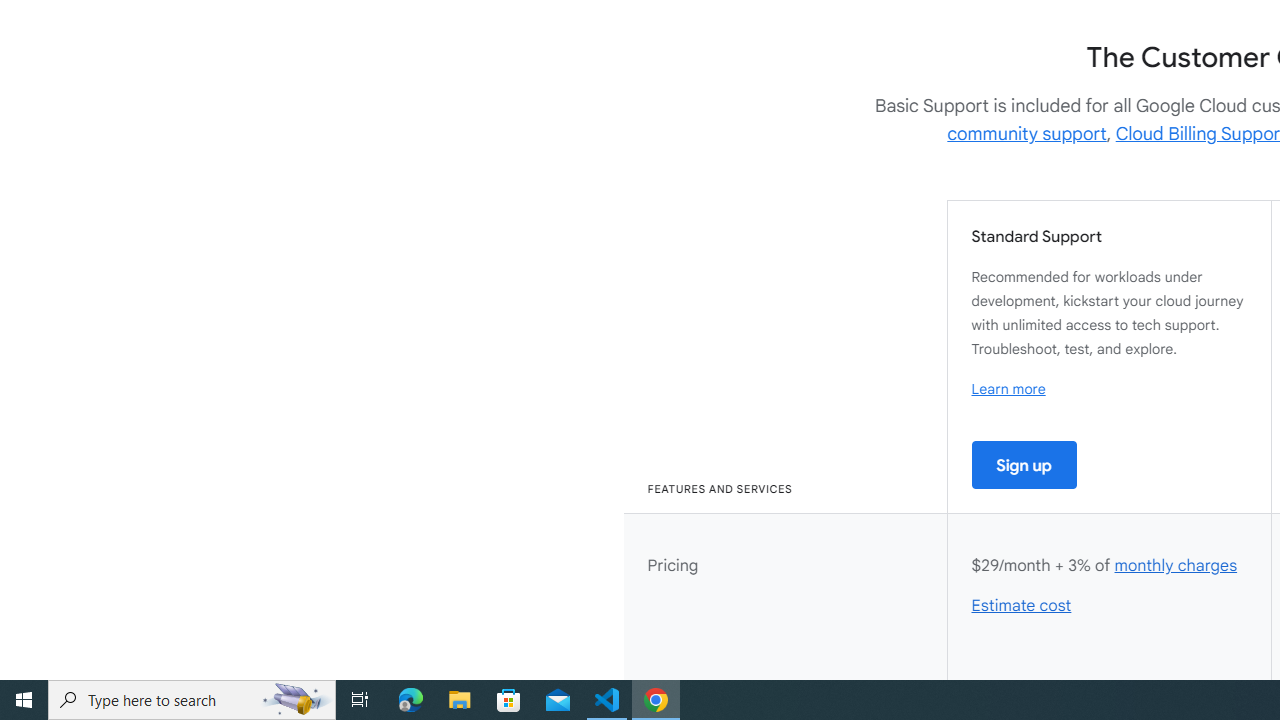 This screenshot has width=1280, height=720. I want to click on 'monthly charges', so click(1175, 565).